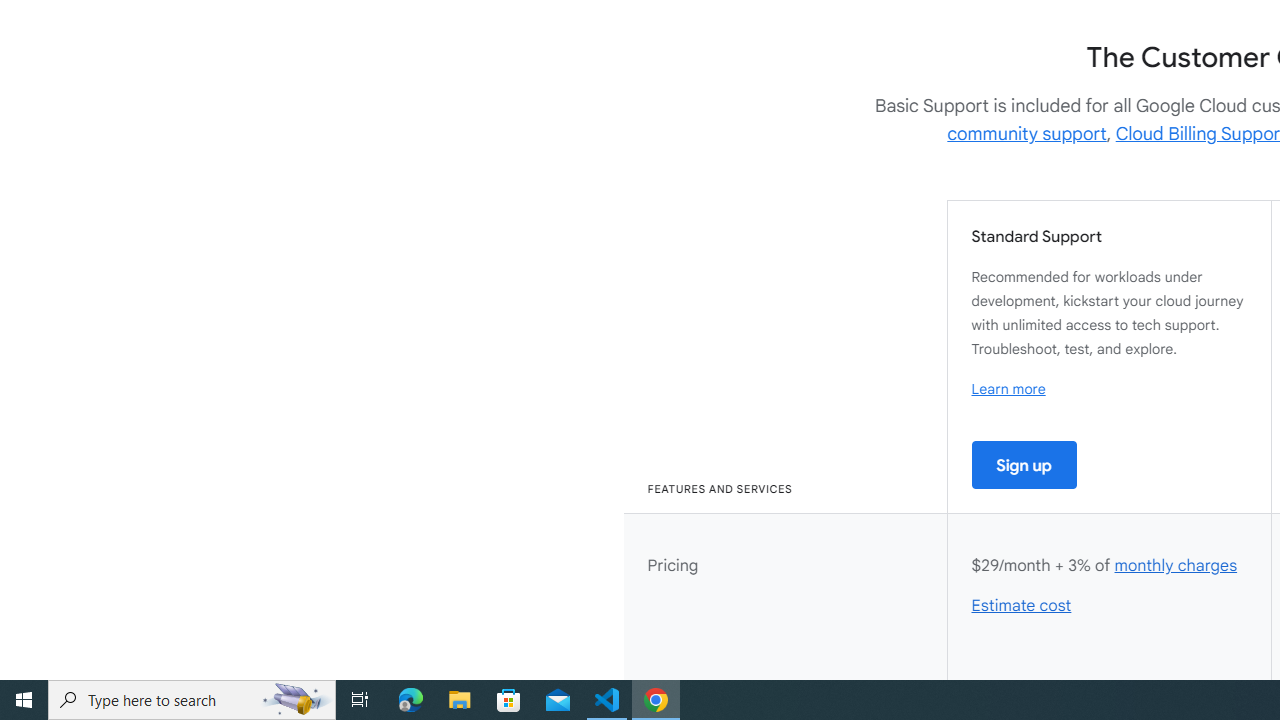 This screenshot has width=1280, height=720. I want to click on 'monthly charges', so click(1175, 565).